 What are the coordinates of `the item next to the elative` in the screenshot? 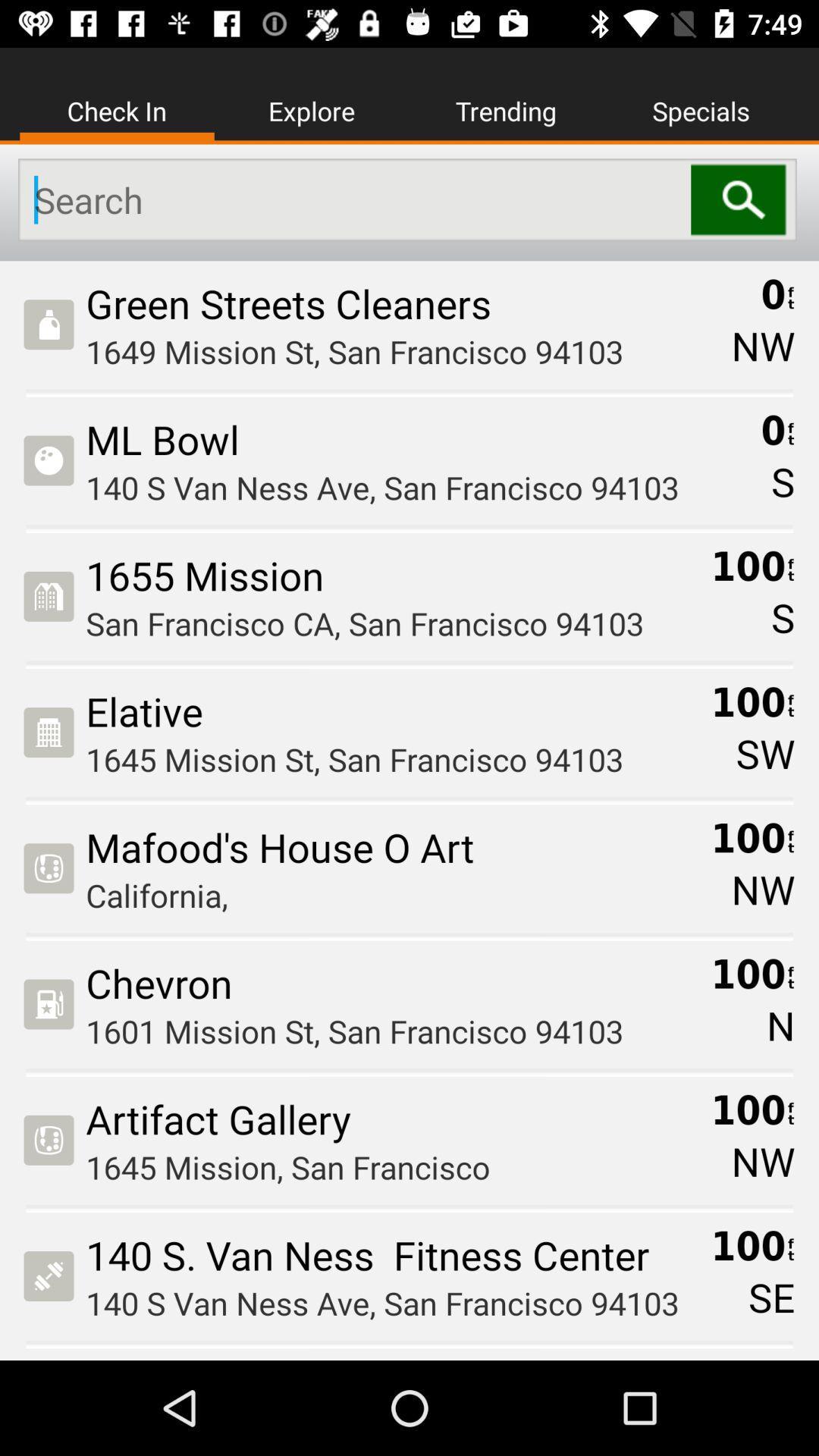 It's located at (765, 753).